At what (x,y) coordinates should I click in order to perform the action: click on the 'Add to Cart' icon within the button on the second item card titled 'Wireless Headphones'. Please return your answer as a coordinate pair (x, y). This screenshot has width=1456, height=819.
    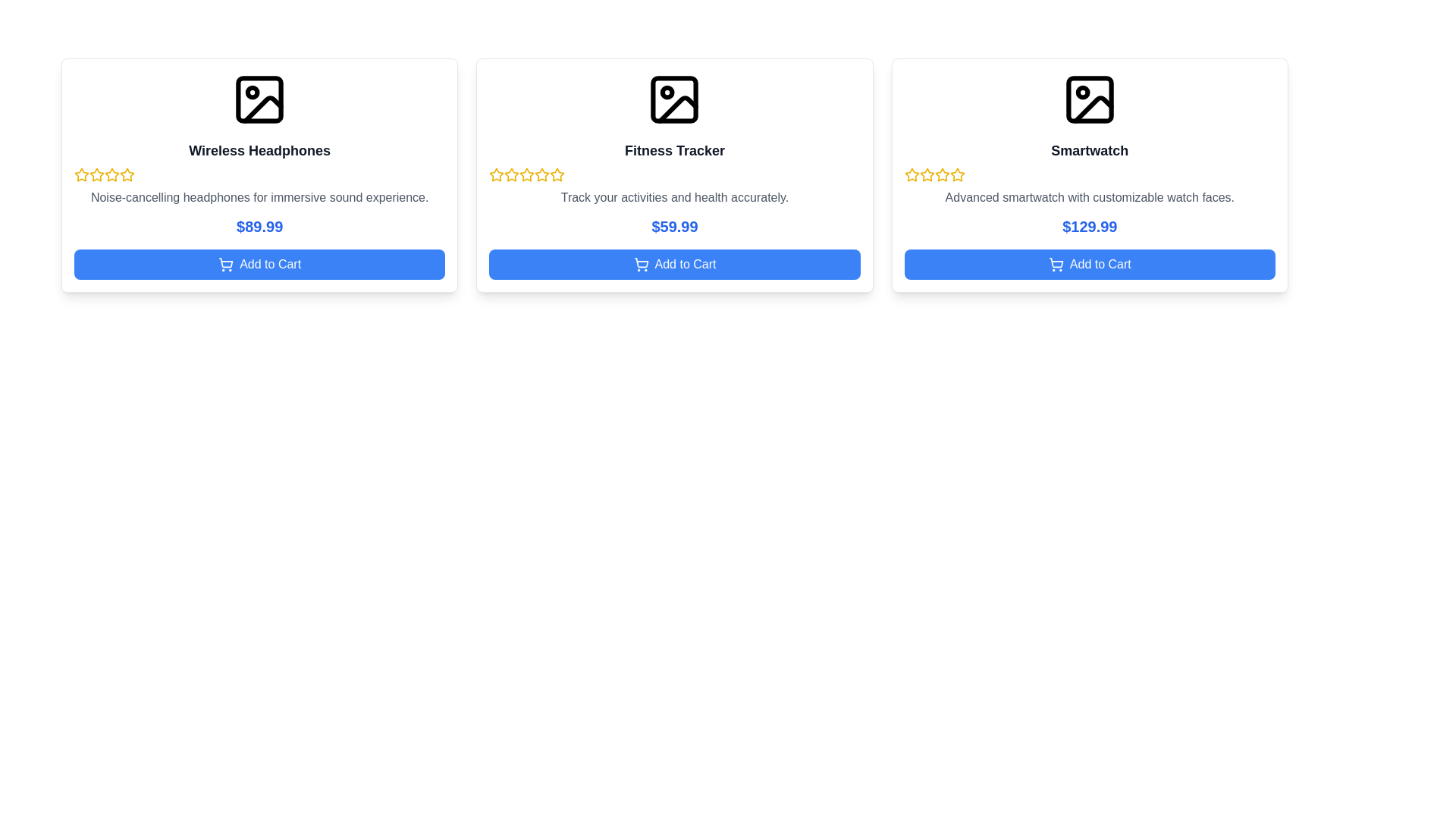
    Looking at the image, I should click on (225, 262).